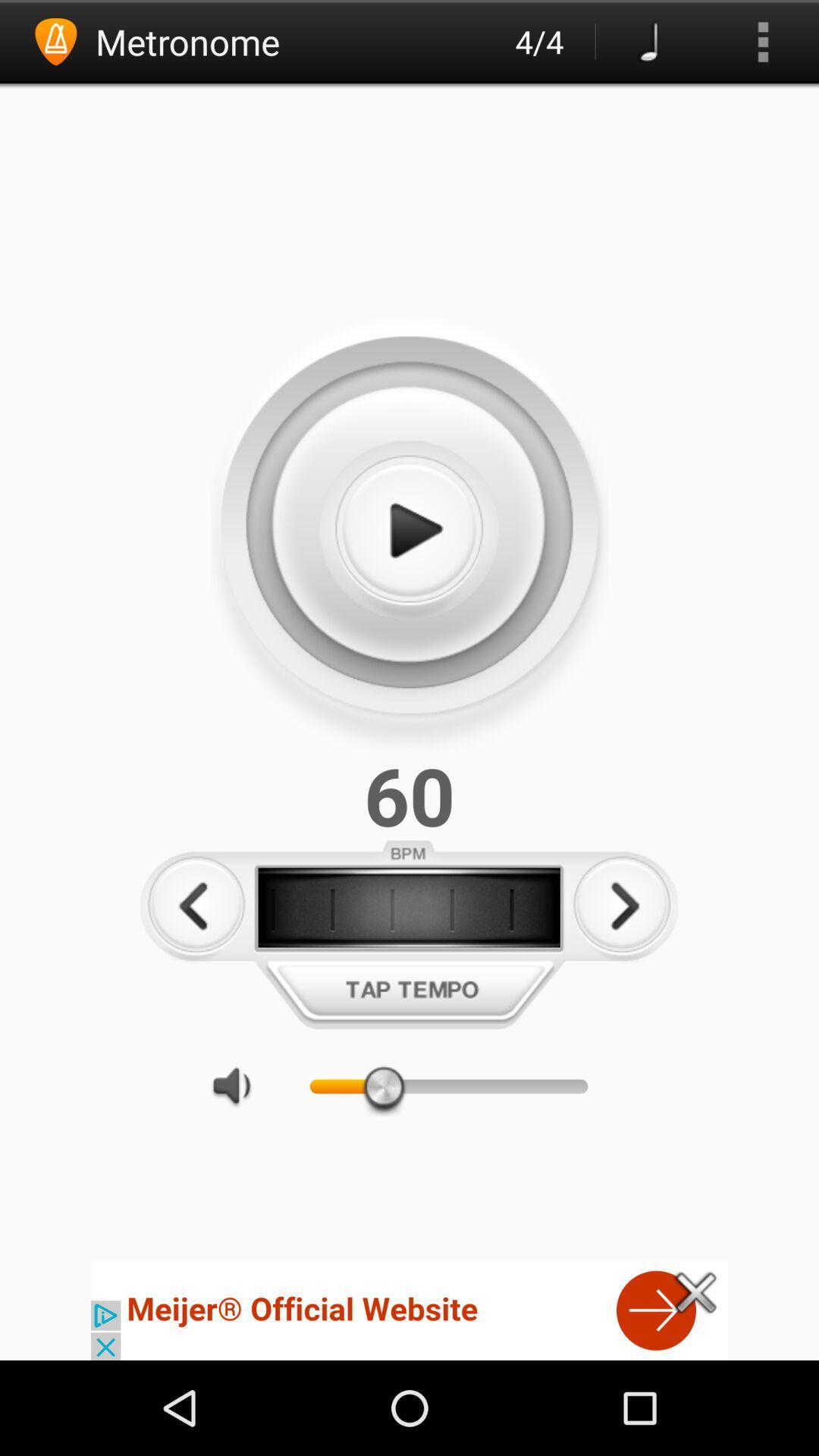  Describe the element at coordinates (196, 906) in the screenshot. I see `decrease bpm` at that location.